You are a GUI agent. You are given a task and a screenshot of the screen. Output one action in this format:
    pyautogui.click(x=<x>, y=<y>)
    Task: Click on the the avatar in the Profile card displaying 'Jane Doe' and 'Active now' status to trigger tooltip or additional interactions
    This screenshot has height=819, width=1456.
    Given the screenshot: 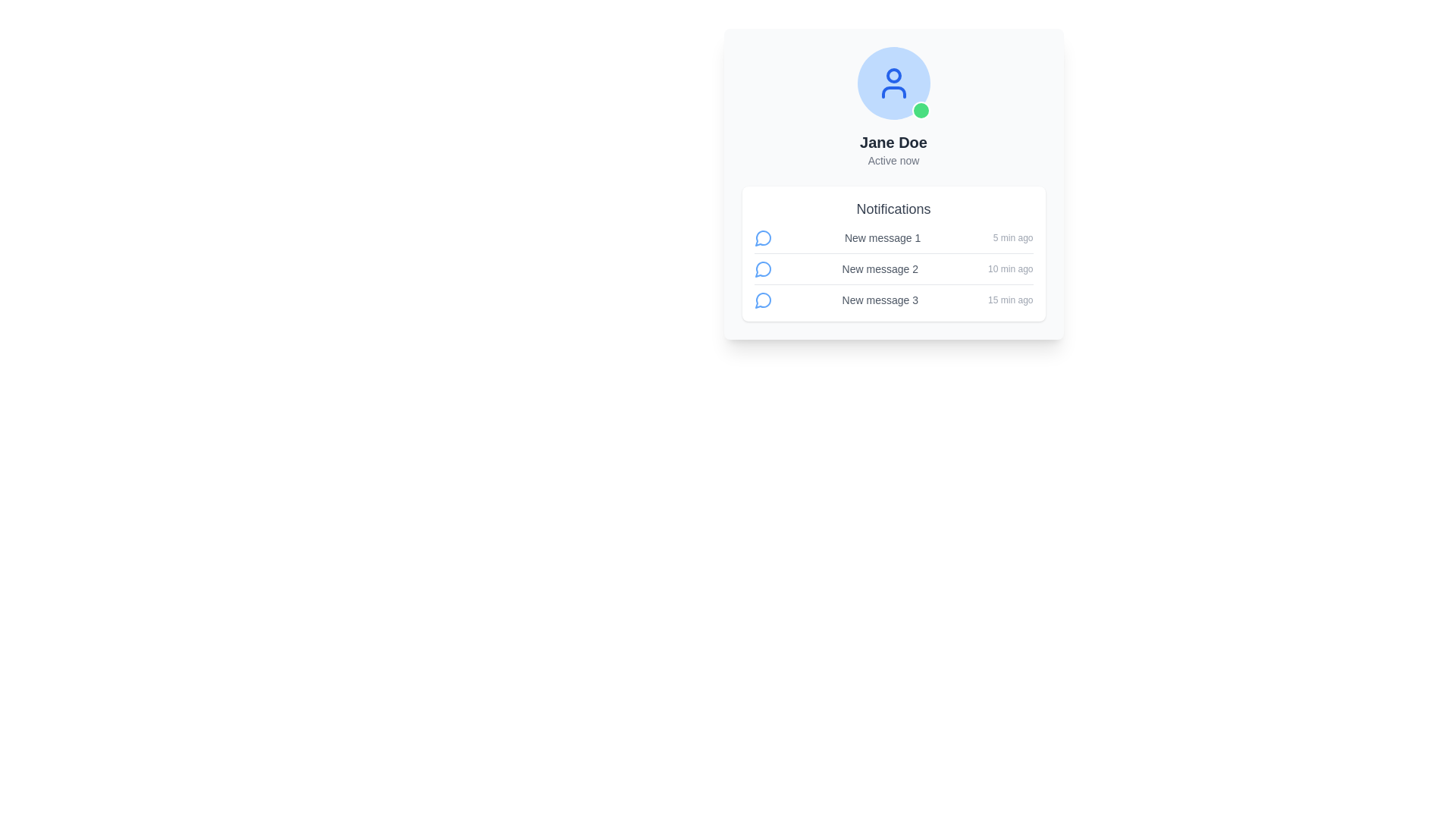 What is the action you would take?
    pyautogui.click(x=893, y=107)
    